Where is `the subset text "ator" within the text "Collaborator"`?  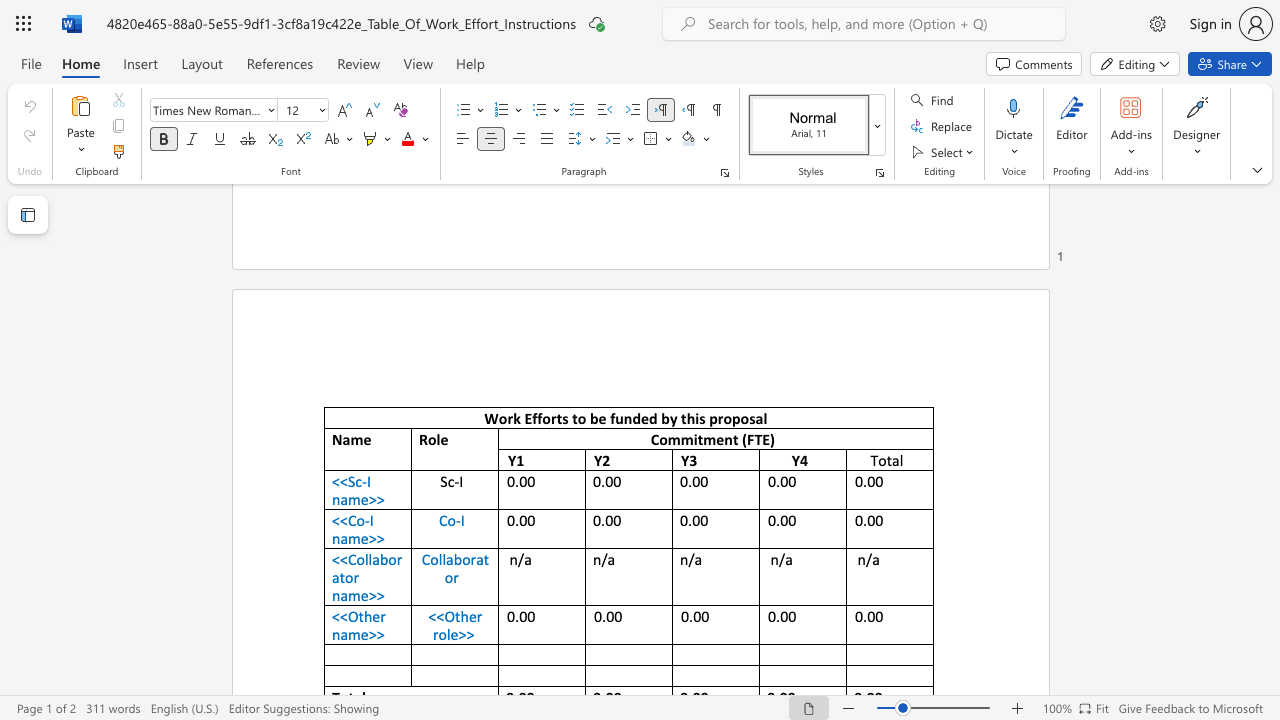
the subset text "ator" within the text "Collaborator" is located at coordinates (475, 559).